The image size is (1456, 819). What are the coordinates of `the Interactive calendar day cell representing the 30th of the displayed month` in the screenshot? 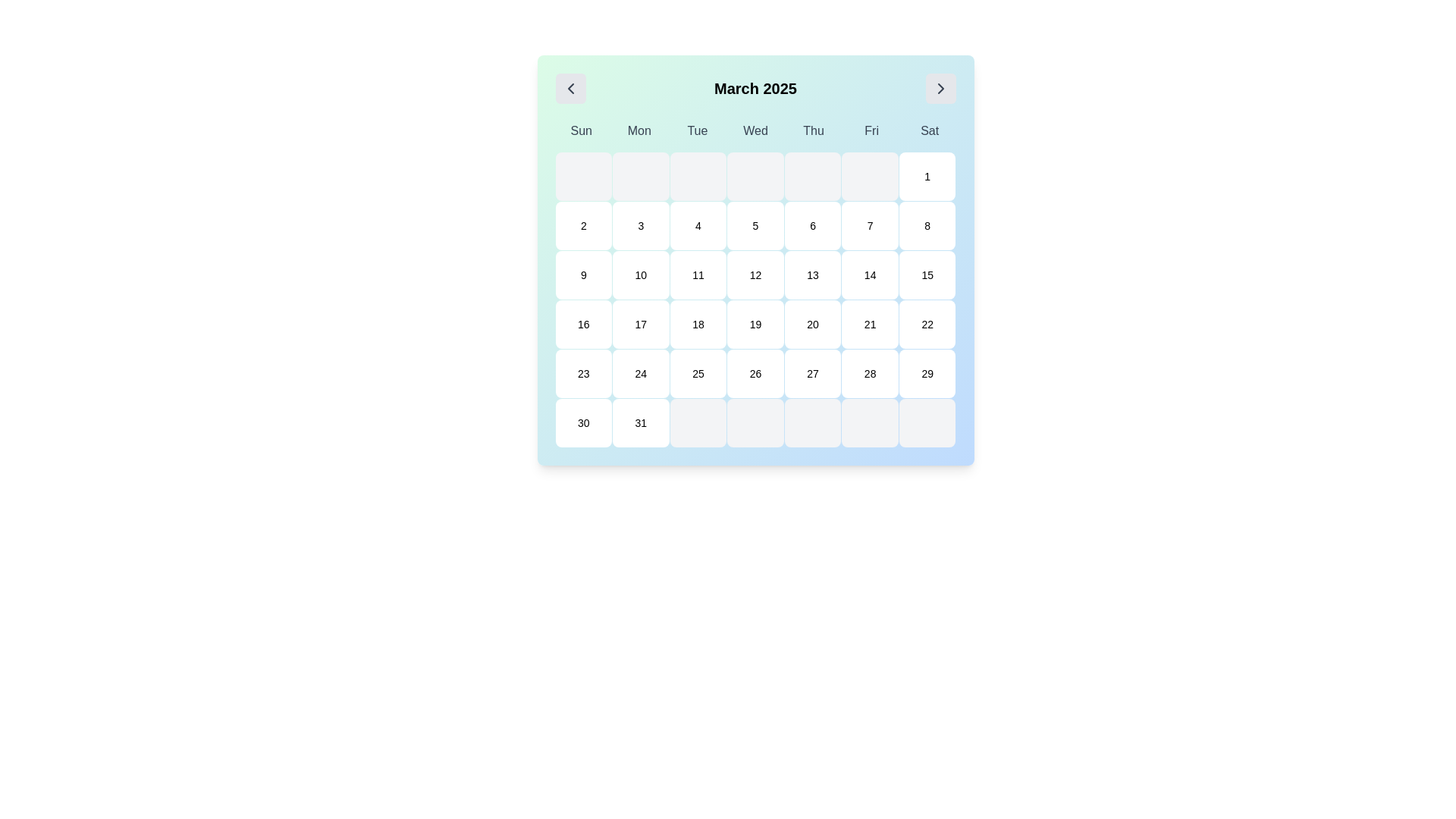 It's located at (582, 423).